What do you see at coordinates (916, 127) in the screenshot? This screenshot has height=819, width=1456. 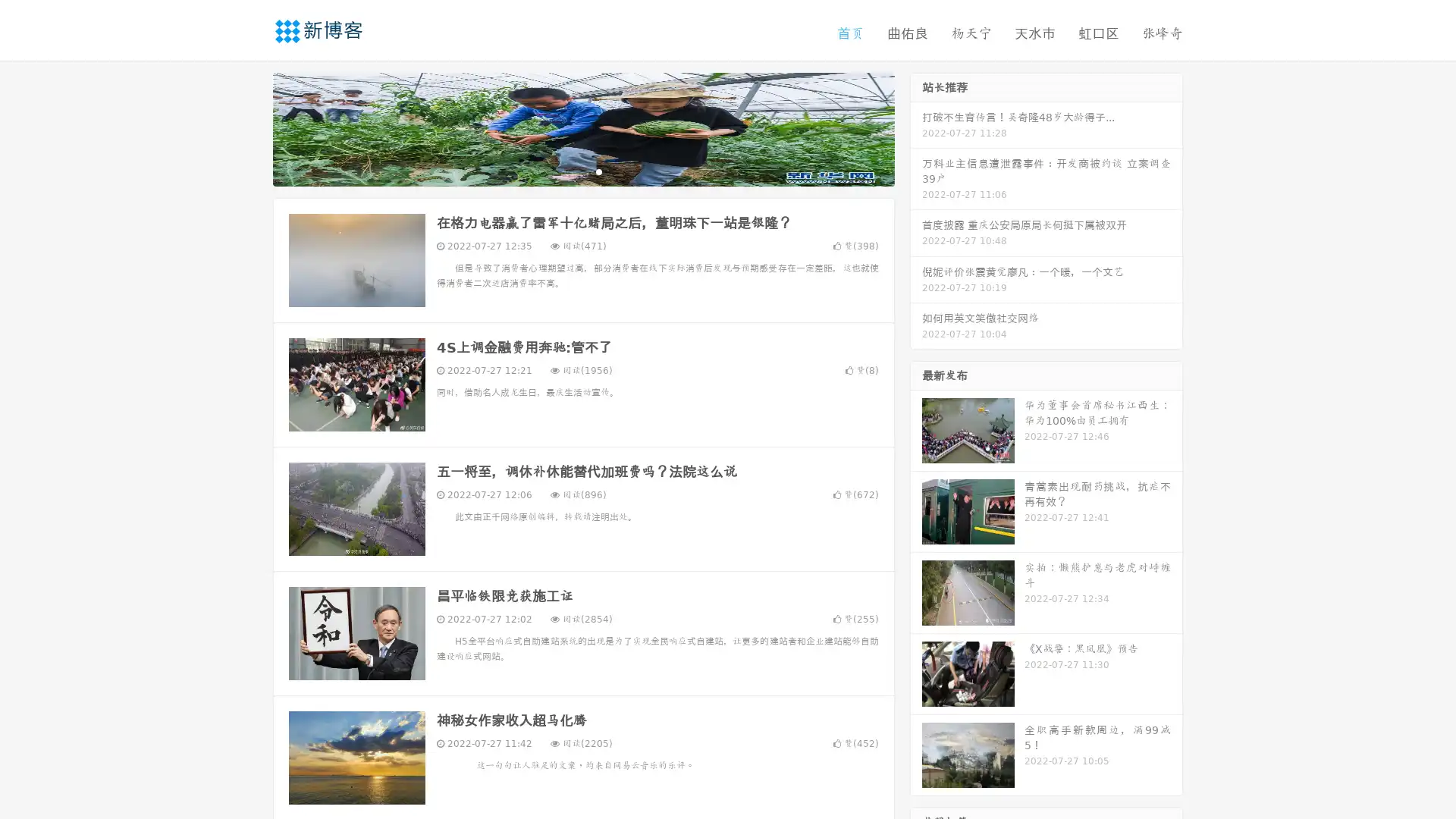 I see `Next slide` at bounding box center [916, 127].